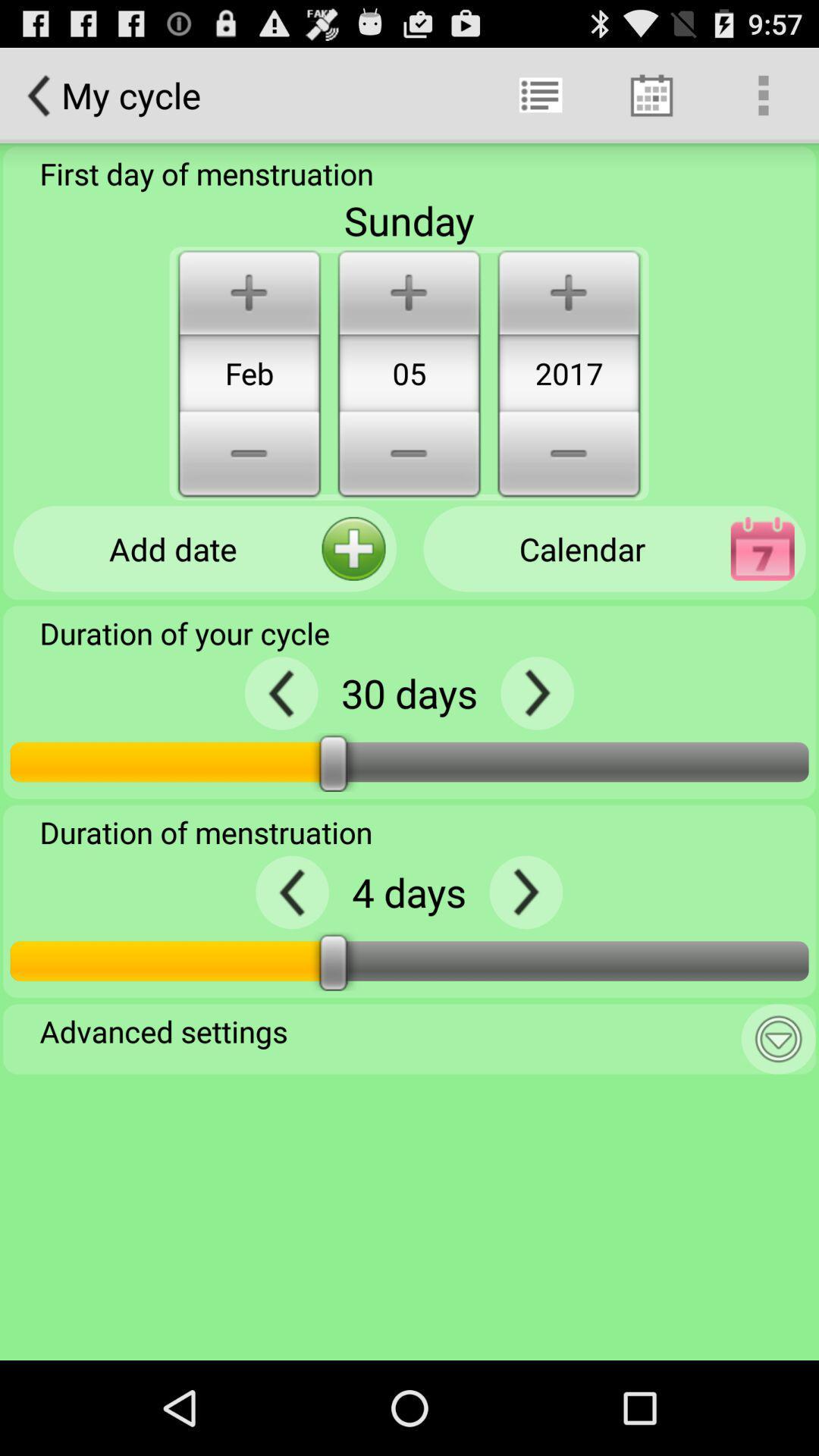  Describe the element at coordinates (778, 1038) in the screenshot. I see `the settings button` at that location.